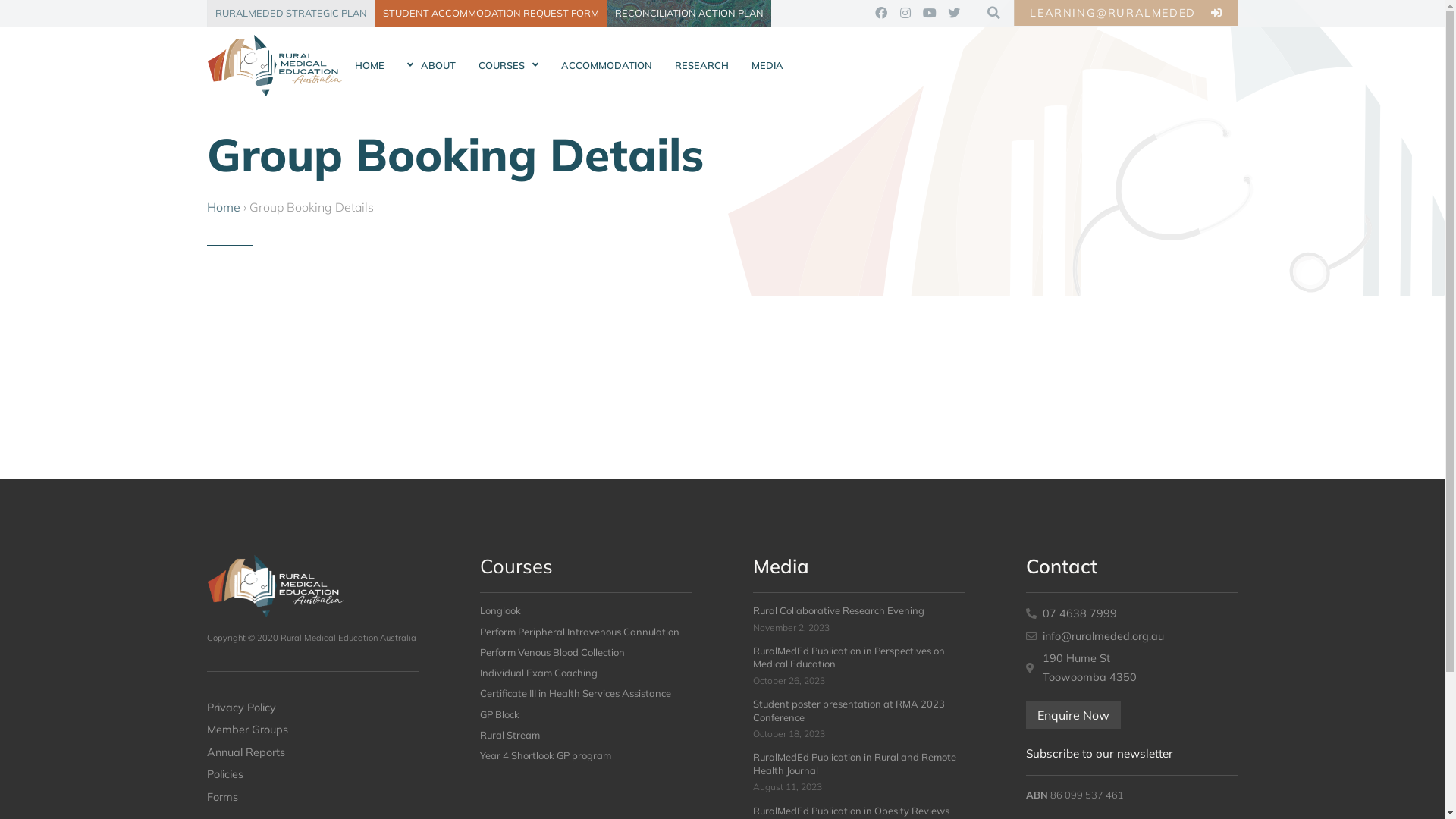 This screenshot has width=1456, height=819. What do you see at coordinates (767, 65) in the screenshot?
I see `'MEDIA'` at bounding box center [767, 65].